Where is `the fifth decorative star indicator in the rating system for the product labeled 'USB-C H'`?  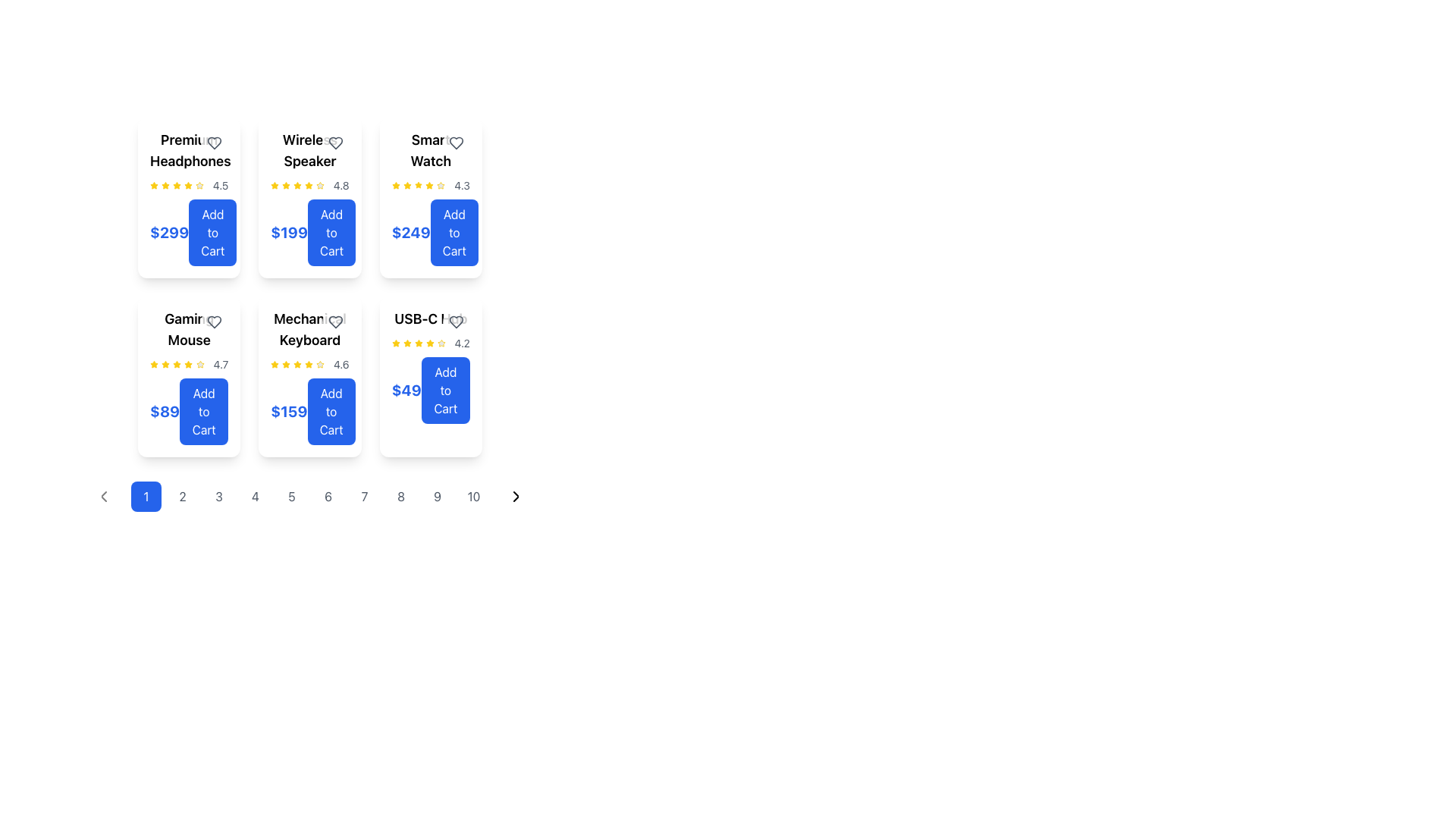
the fifth decorative star indicator in the rating system for the product labeled 'USB-C H' is located at coordinates (441, 343).